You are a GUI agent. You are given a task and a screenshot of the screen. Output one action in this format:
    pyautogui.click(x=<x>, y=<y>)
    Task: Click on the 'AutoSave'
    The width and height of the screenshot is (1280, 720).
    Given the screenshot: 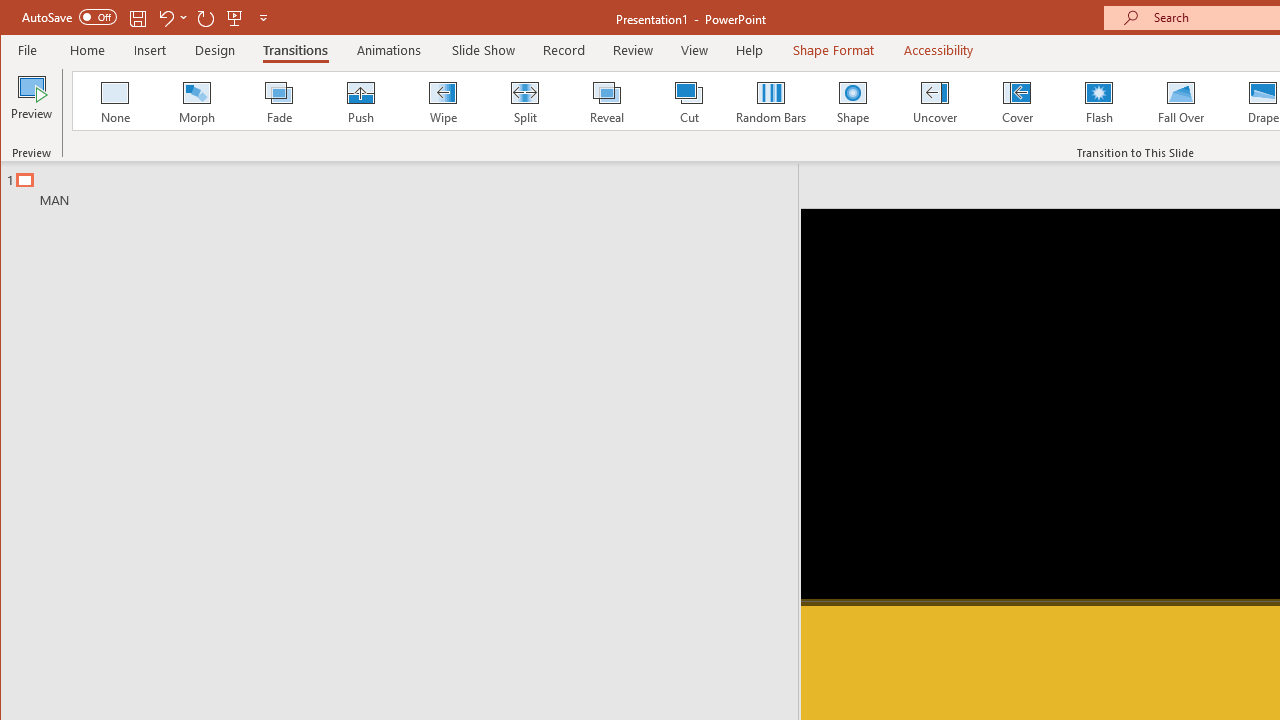 What is the action you would take?
    pyautogui.click(x=69, y=17)
    